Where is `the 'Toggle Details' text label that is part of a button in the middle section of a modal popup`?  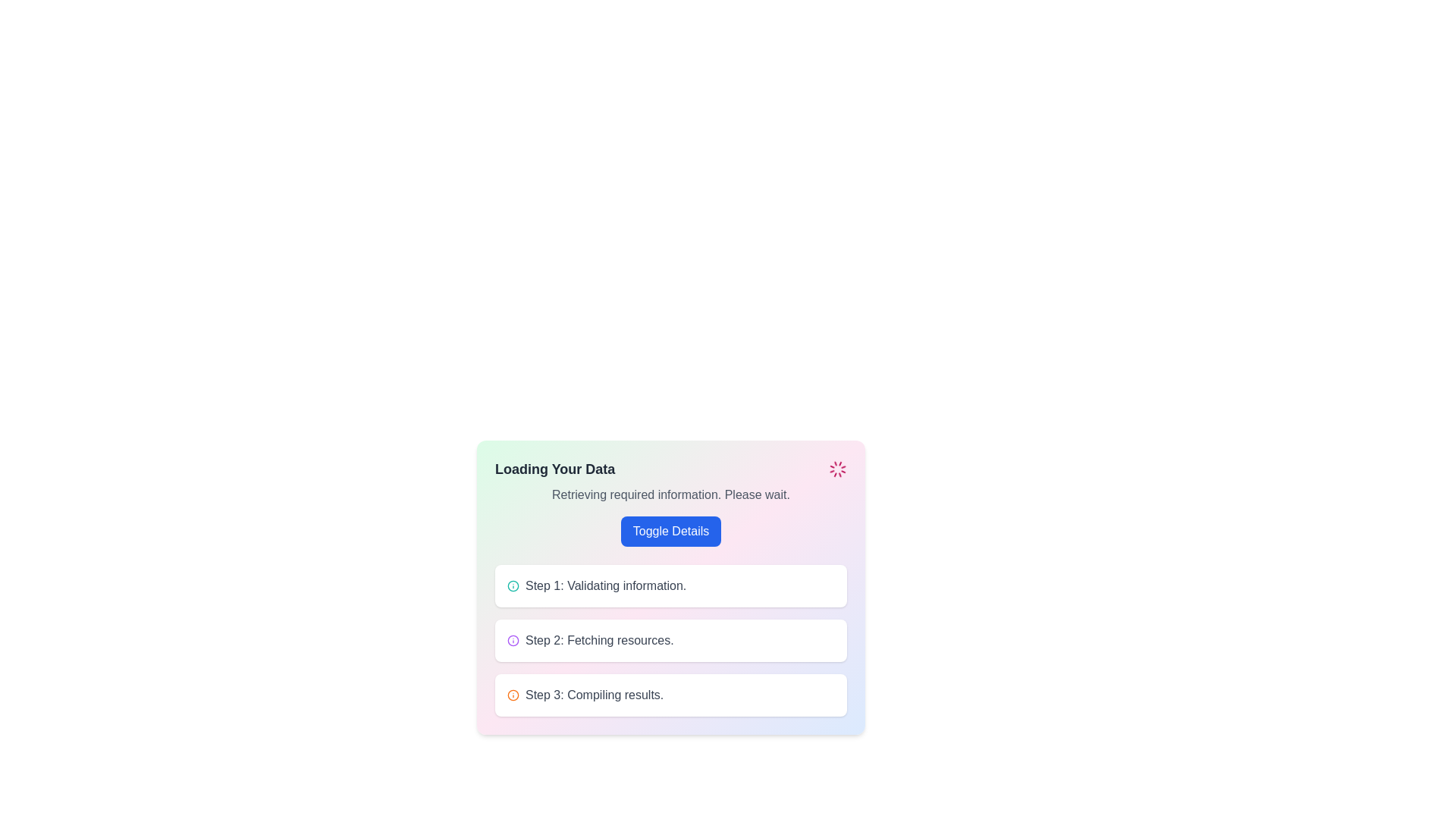 the 'Toggle Details' text label that is part of a button in the middle section of a modal popup is located at coordinates (670, 531).